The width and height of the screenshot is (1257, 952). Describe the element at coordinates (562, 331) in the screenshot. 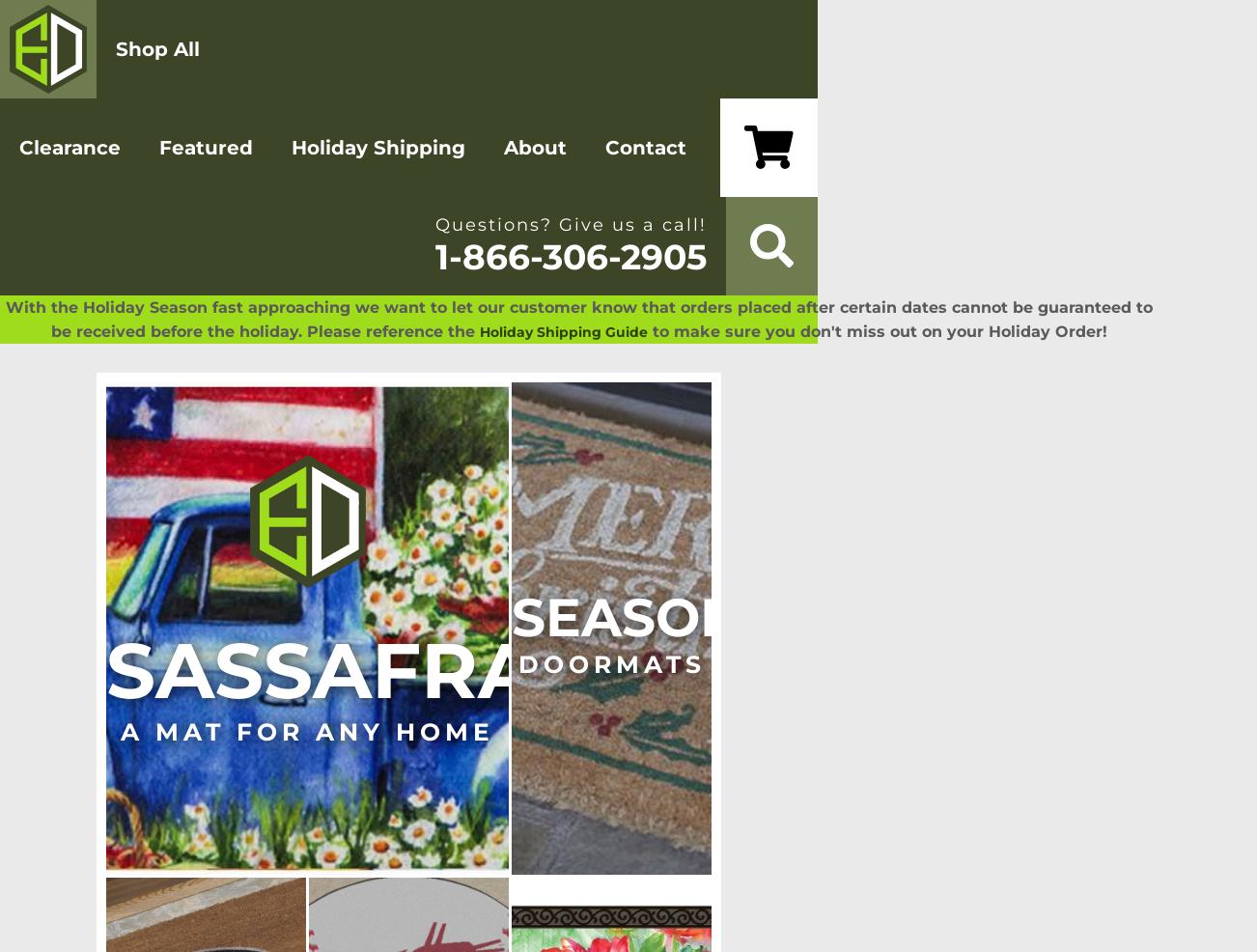

I see `'Holiday Shipping Guide'` at that location.